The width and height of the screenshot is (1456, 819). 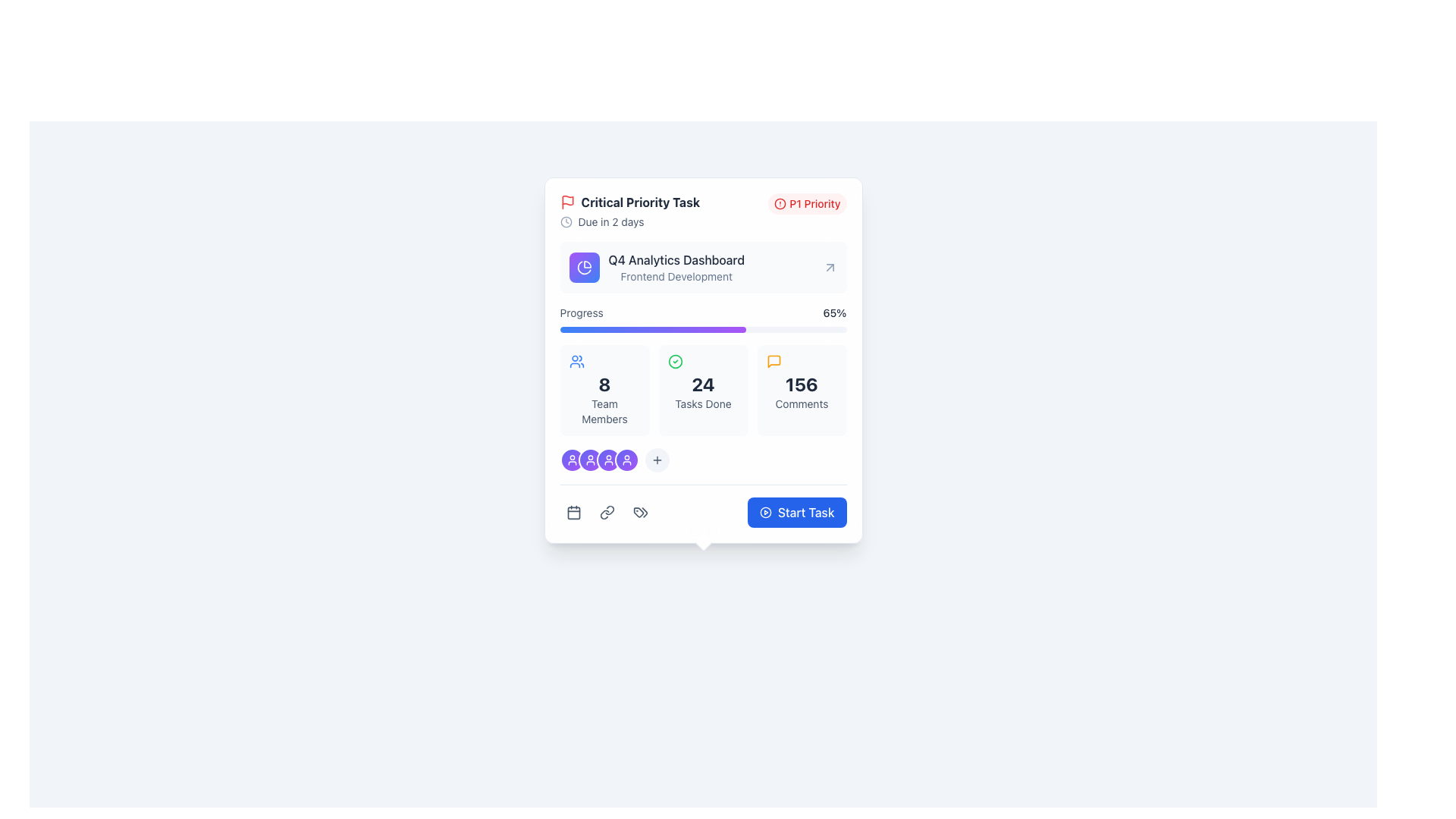 What do you see at coordinates (608, 459) in the screenshot?
I see `the circular user icon with a gradient background transitioning from indigo to purple, located in the lower left section of the card interface` at bounding box center [608, 459].